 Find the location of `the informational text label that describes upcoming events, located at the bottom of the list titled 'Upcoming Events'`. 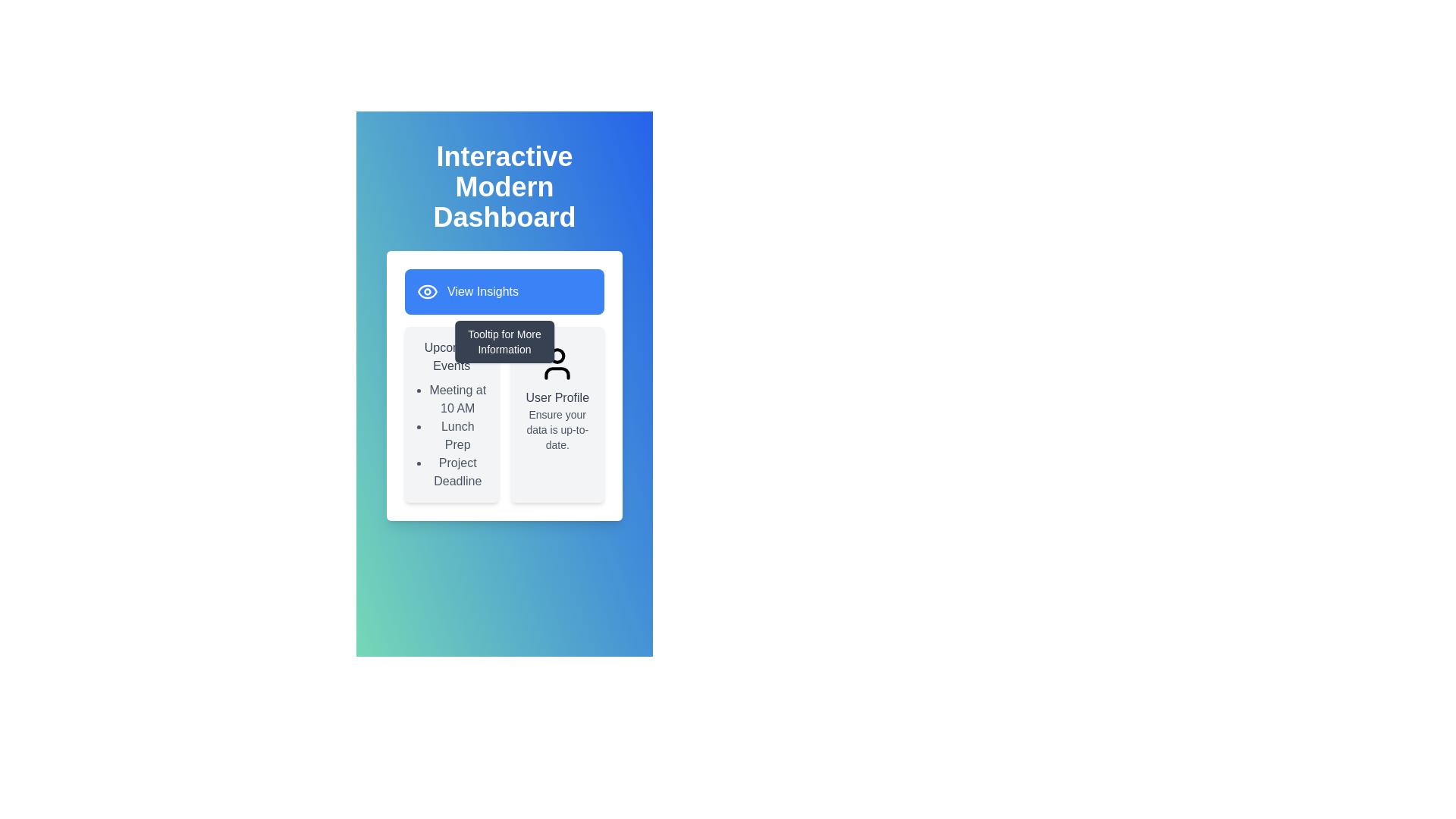

the informational text label that describes upcoming events, located at the bottom of the list titled 'Upcoming Events' is located at coordinates (457, 472).